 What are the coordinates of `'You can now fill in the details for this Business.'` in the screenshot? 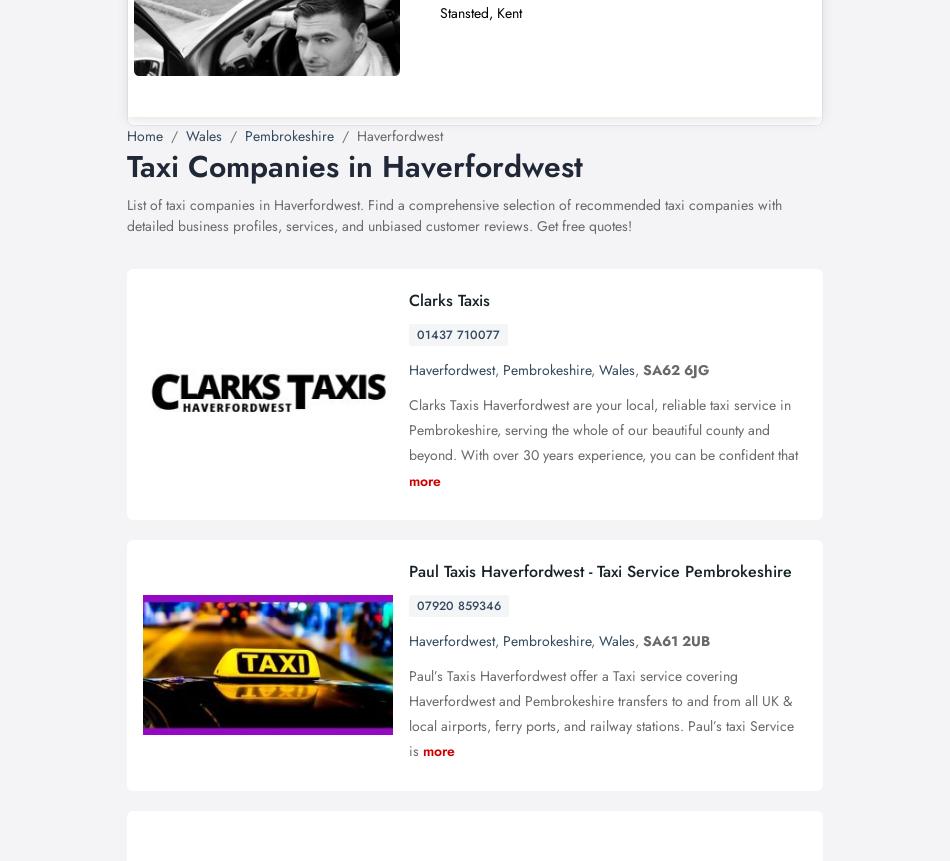 It's located at (312, 340).